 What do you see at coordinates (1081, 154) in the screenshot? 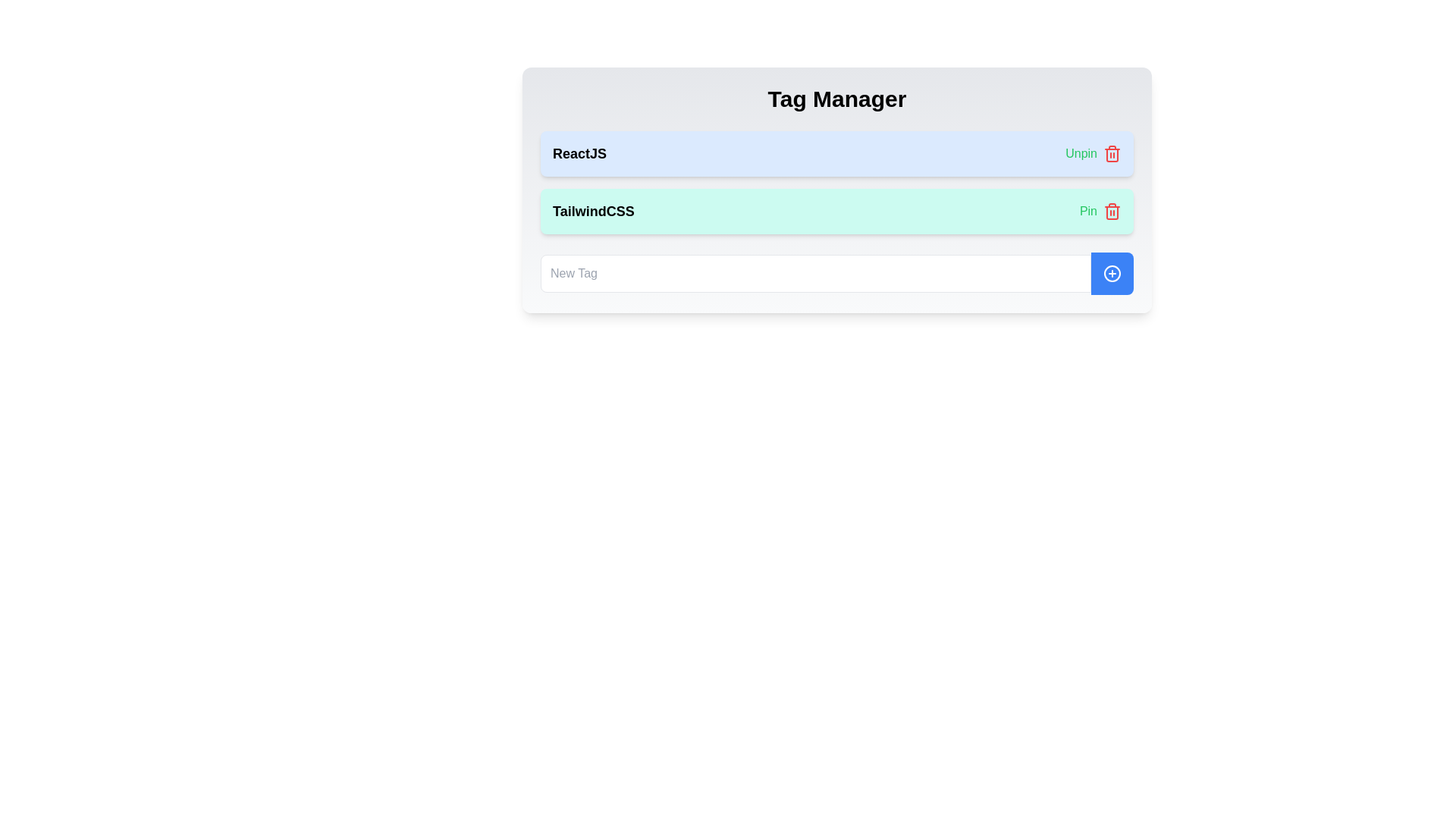
I see `the green 'Unpin' text link located near the top-right corner of the background section containing the 'ReactJS' tag to change its color state` at bounding box center [1081, 154].